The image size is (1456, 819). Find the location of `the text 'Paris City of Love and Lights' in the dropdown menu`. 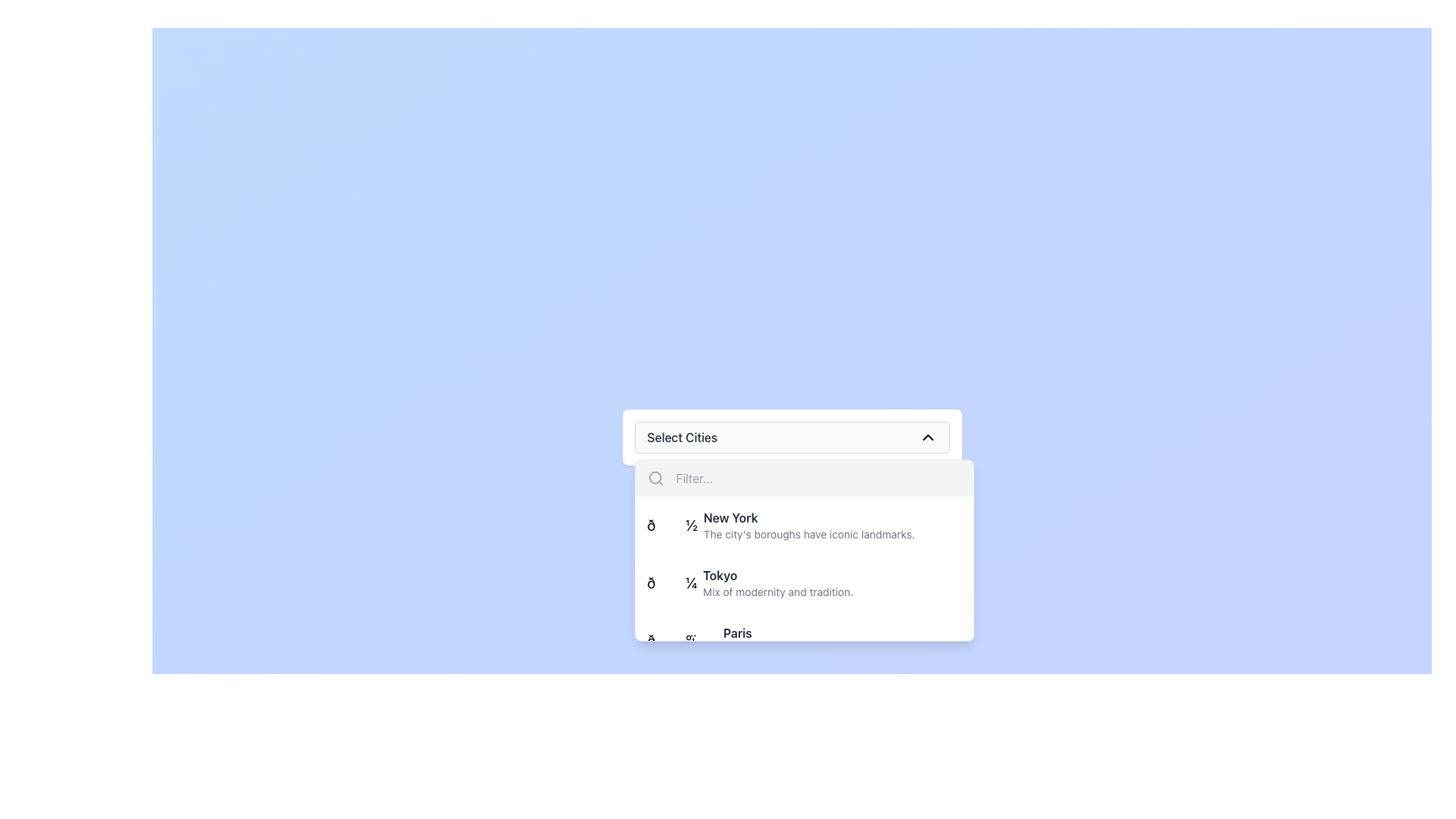

the text 'Paris City of Love and Lights' in the dropdown menu is located at coordinates (780, 632).